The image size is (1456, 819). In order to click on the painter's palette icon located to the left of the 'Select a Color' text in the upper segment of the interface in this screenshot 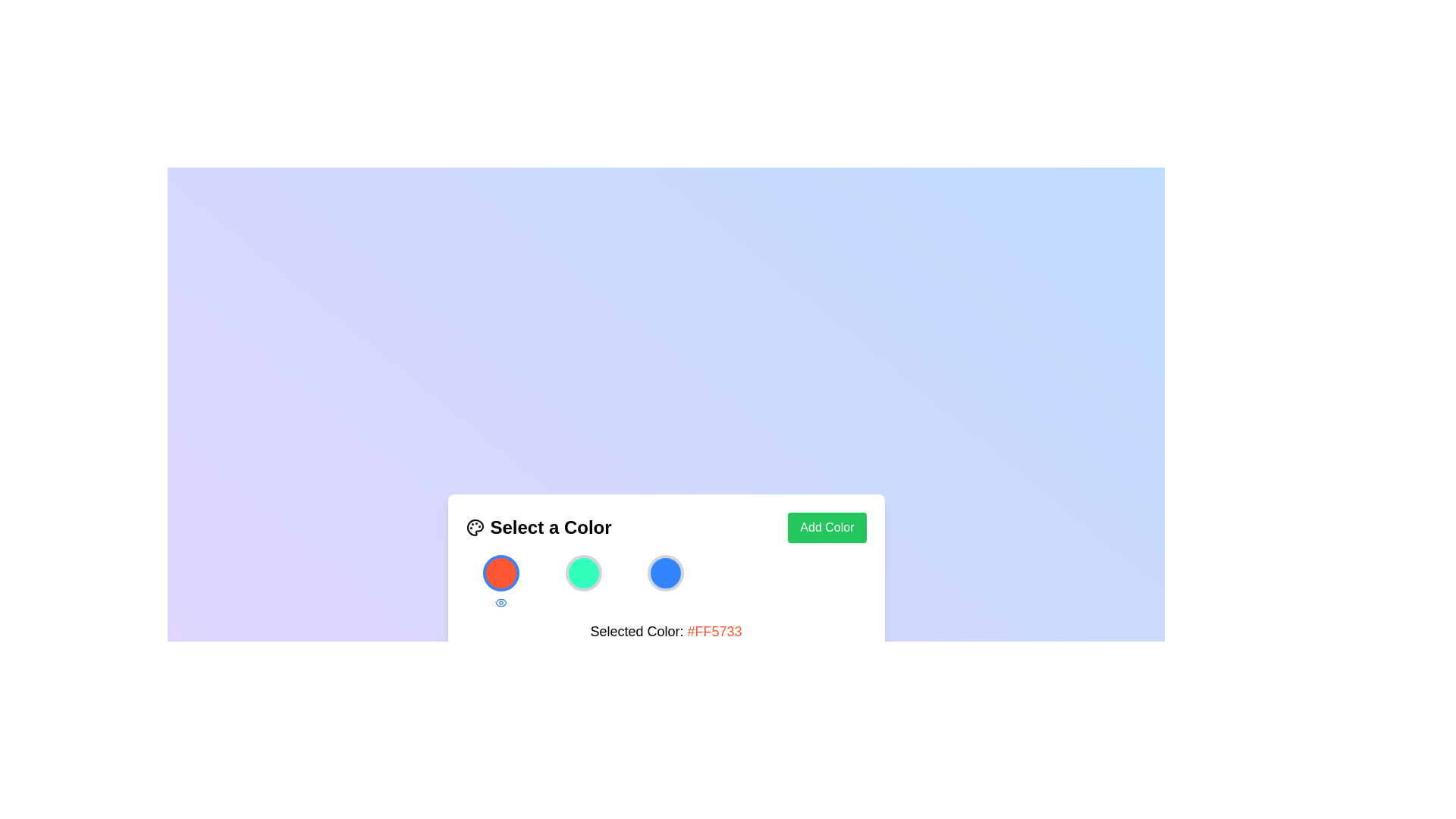, I will do `click(474, 526)`.